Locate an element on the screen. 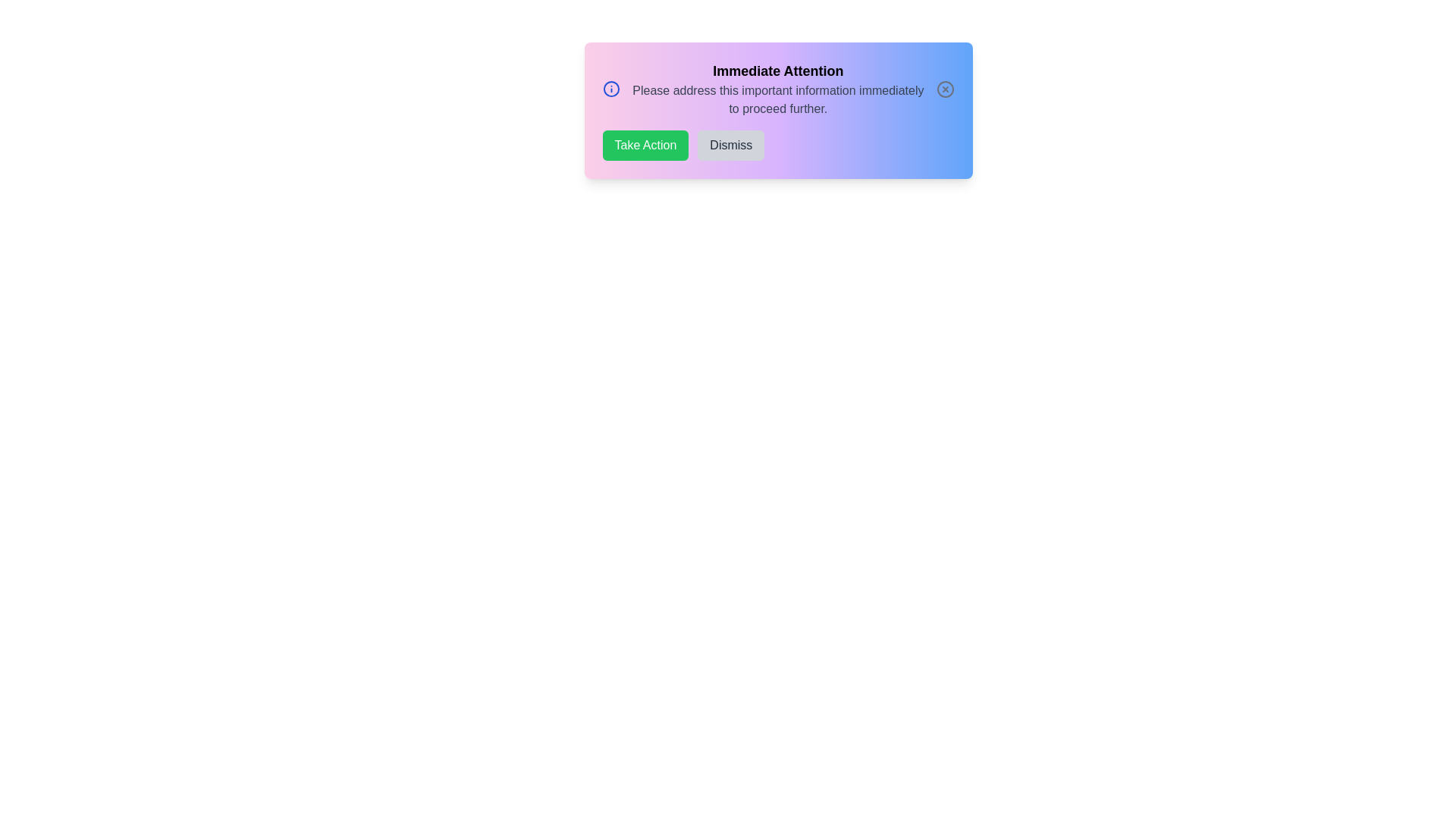 This screenshot has width=1456, height=819. the 'Take Action' button to execute the action is located at coordinates (645, 146).